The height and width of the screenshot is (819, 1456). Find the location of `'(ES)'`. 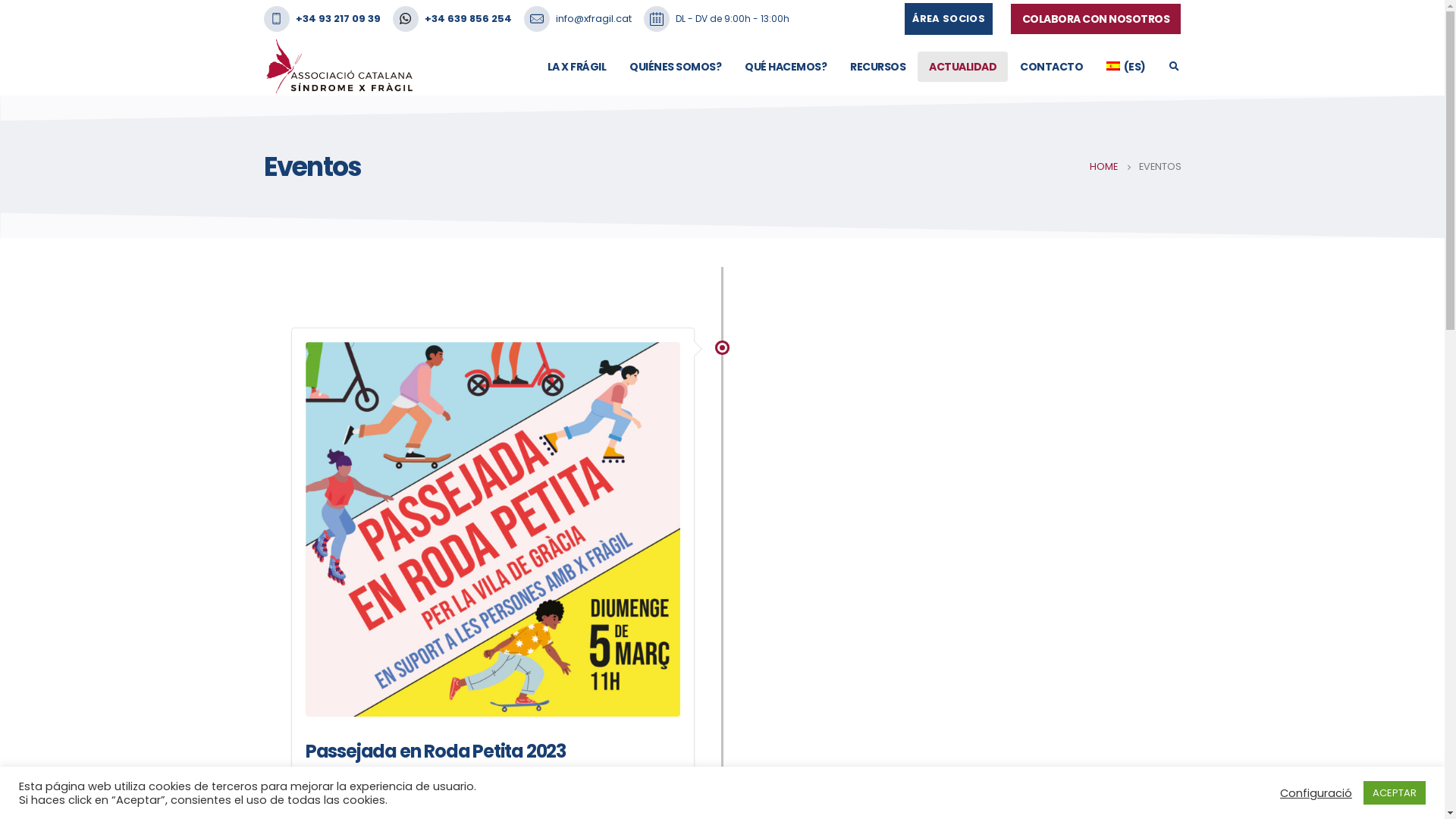

'(ES)' is located at coordinates (1125, 66).